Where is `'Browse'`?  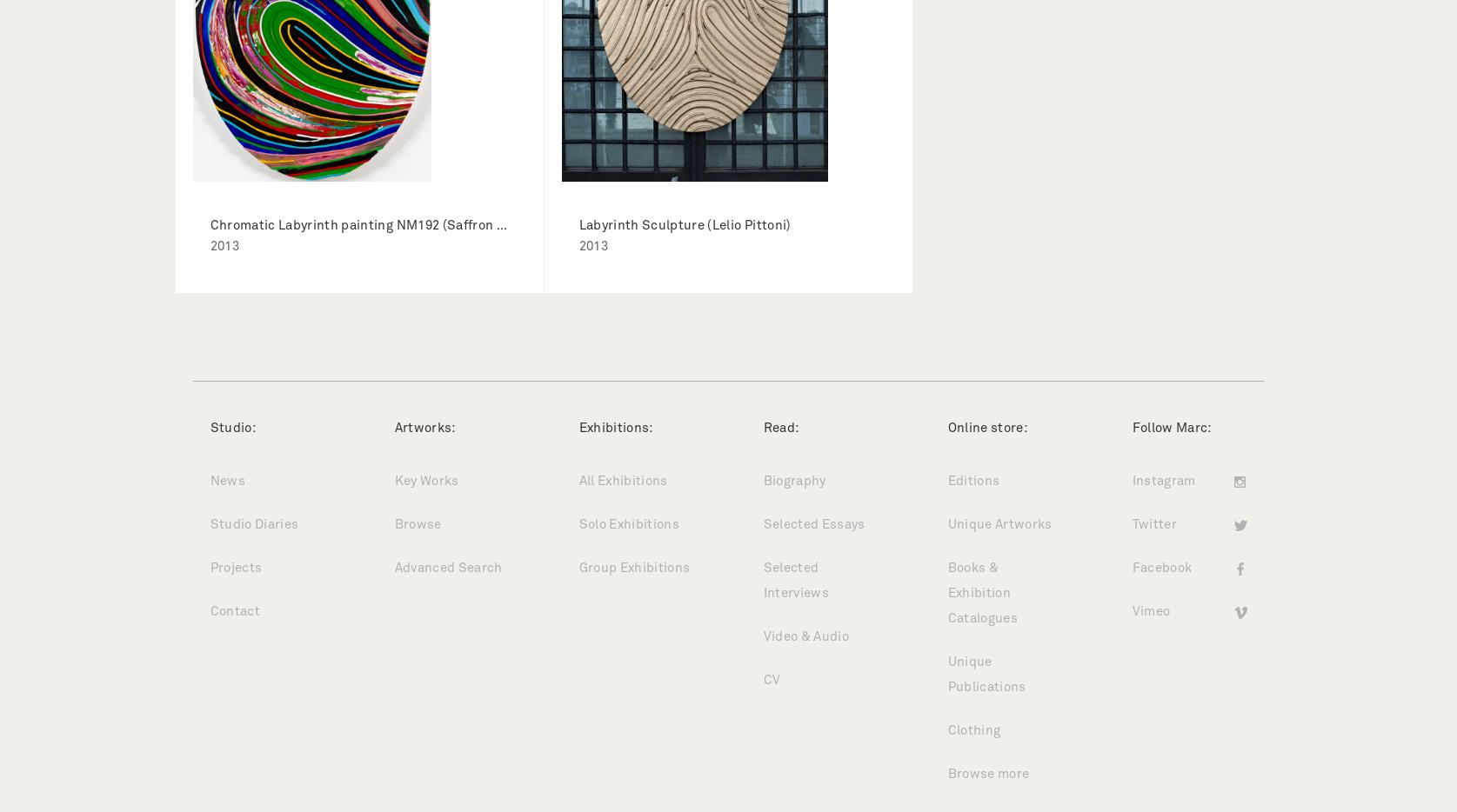 'Browse' is located at coordinates (418, 524).